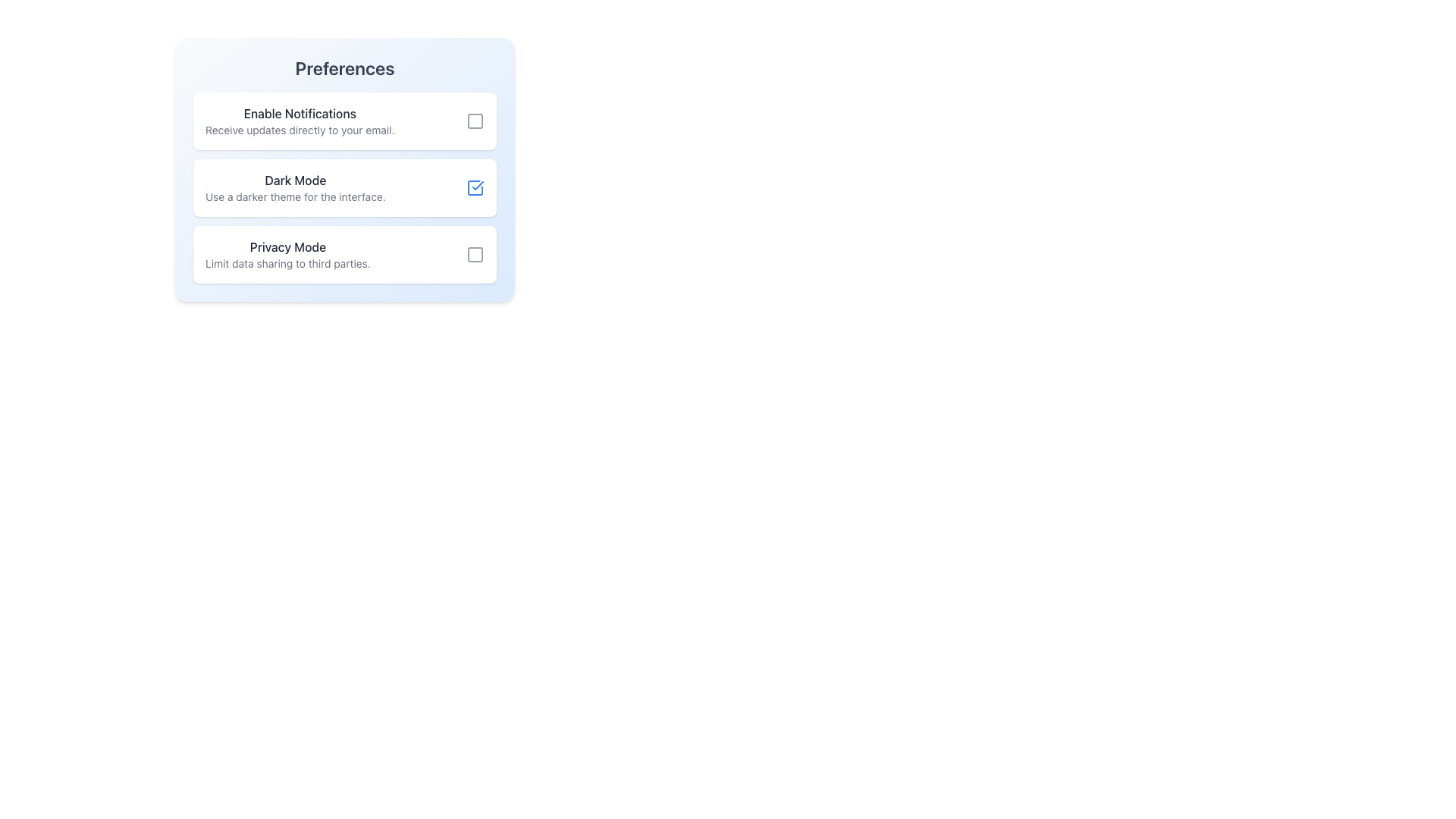 The image size is (1456, 819). What do you see at coordinates (475, 187) in the screenshot?
I see `the checkbox with a blue border and a checkmark symbol located in the 'Dark Mode' section of the preferences panel` at bounding box center [475, 187].